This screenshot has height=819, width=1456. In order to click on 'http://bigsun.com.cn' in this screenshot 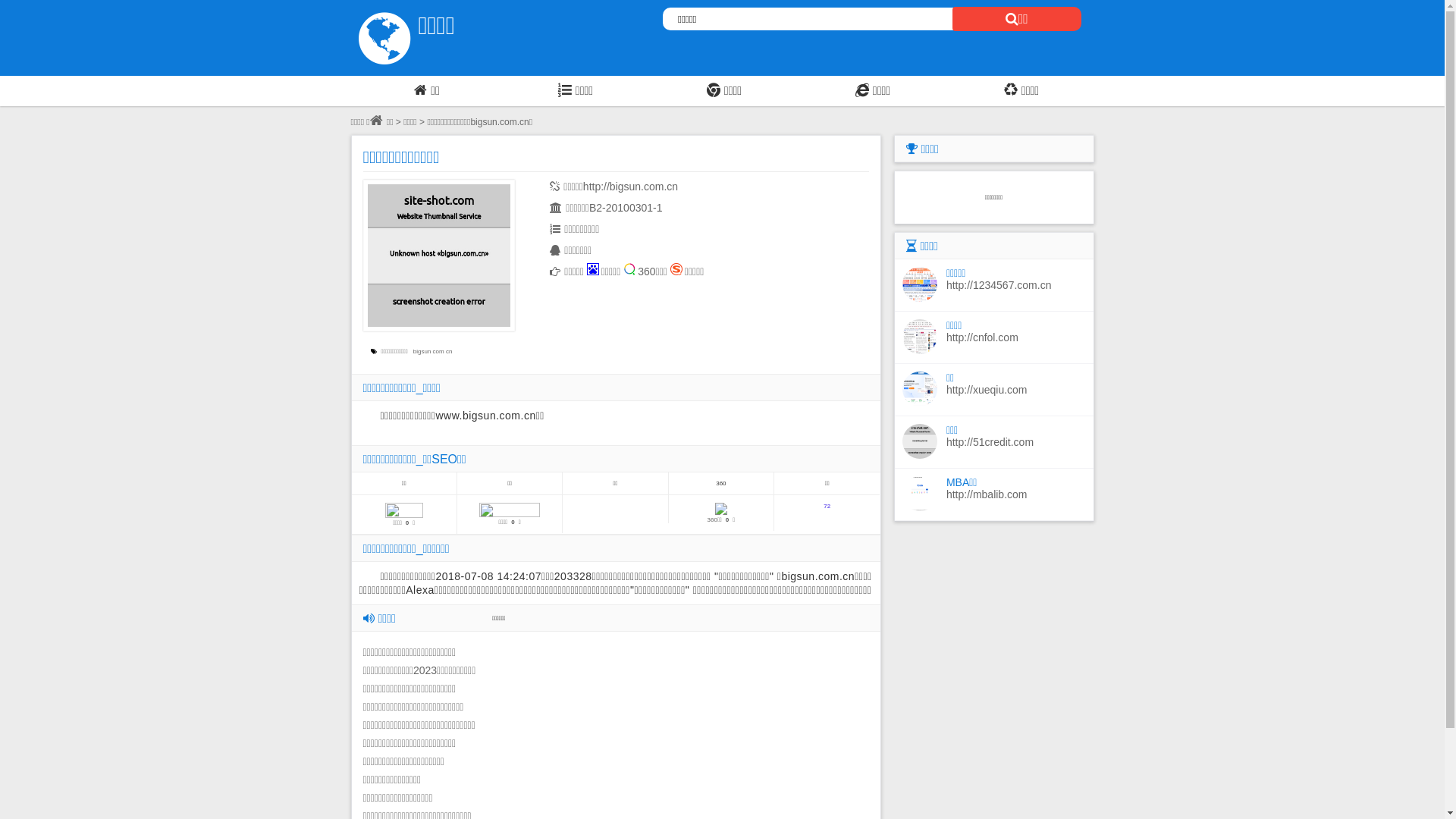, I will do `click(630, 186)`.